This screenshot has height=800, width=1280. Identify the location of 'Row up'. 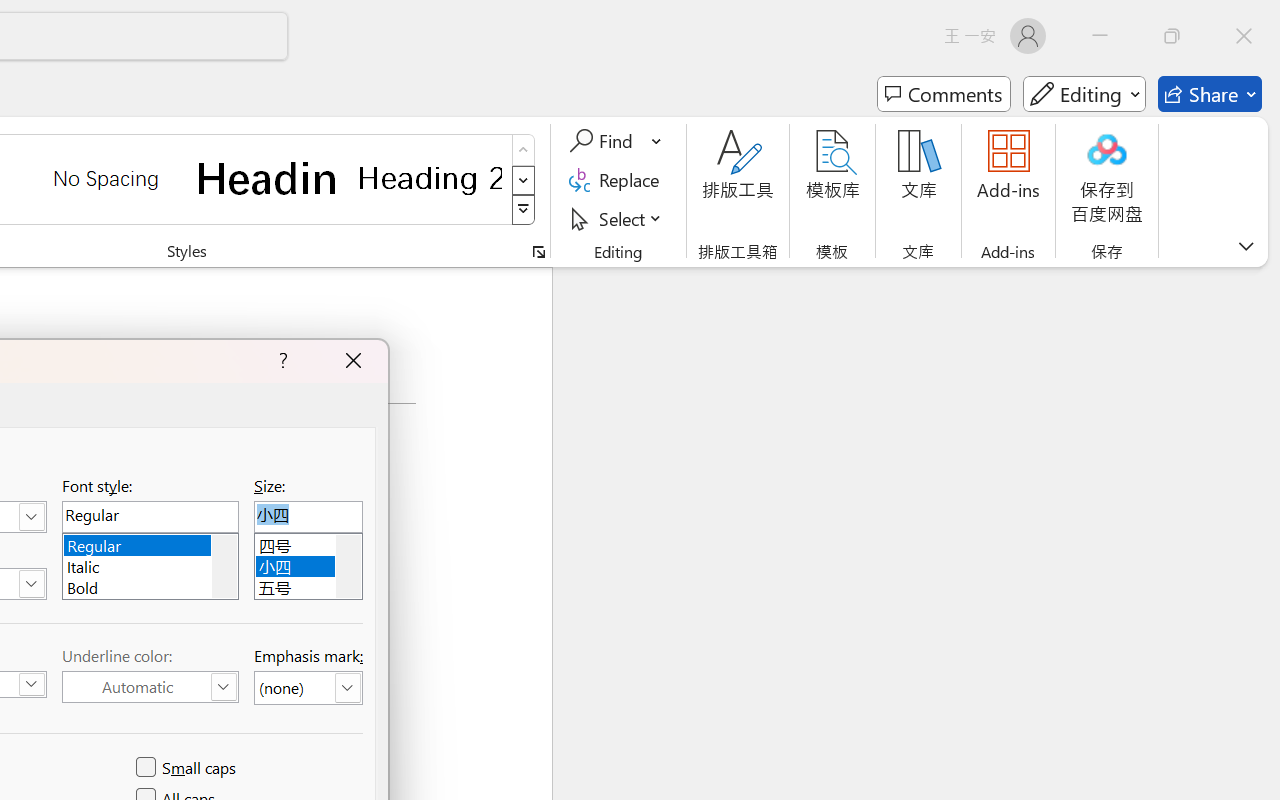
(523, 150).